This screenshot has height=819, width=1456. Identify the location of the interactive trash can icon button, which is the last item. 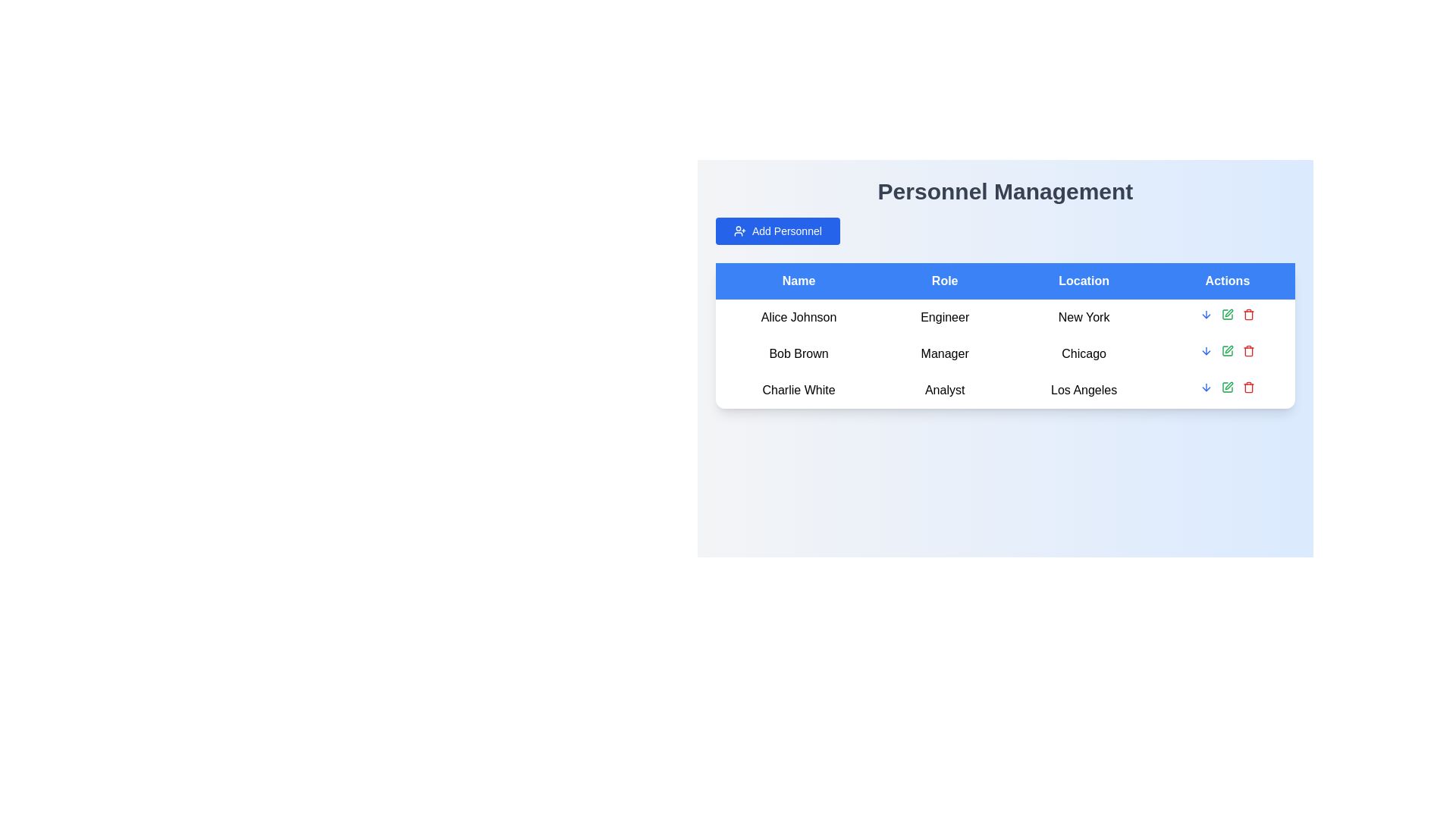
(1248, 386).